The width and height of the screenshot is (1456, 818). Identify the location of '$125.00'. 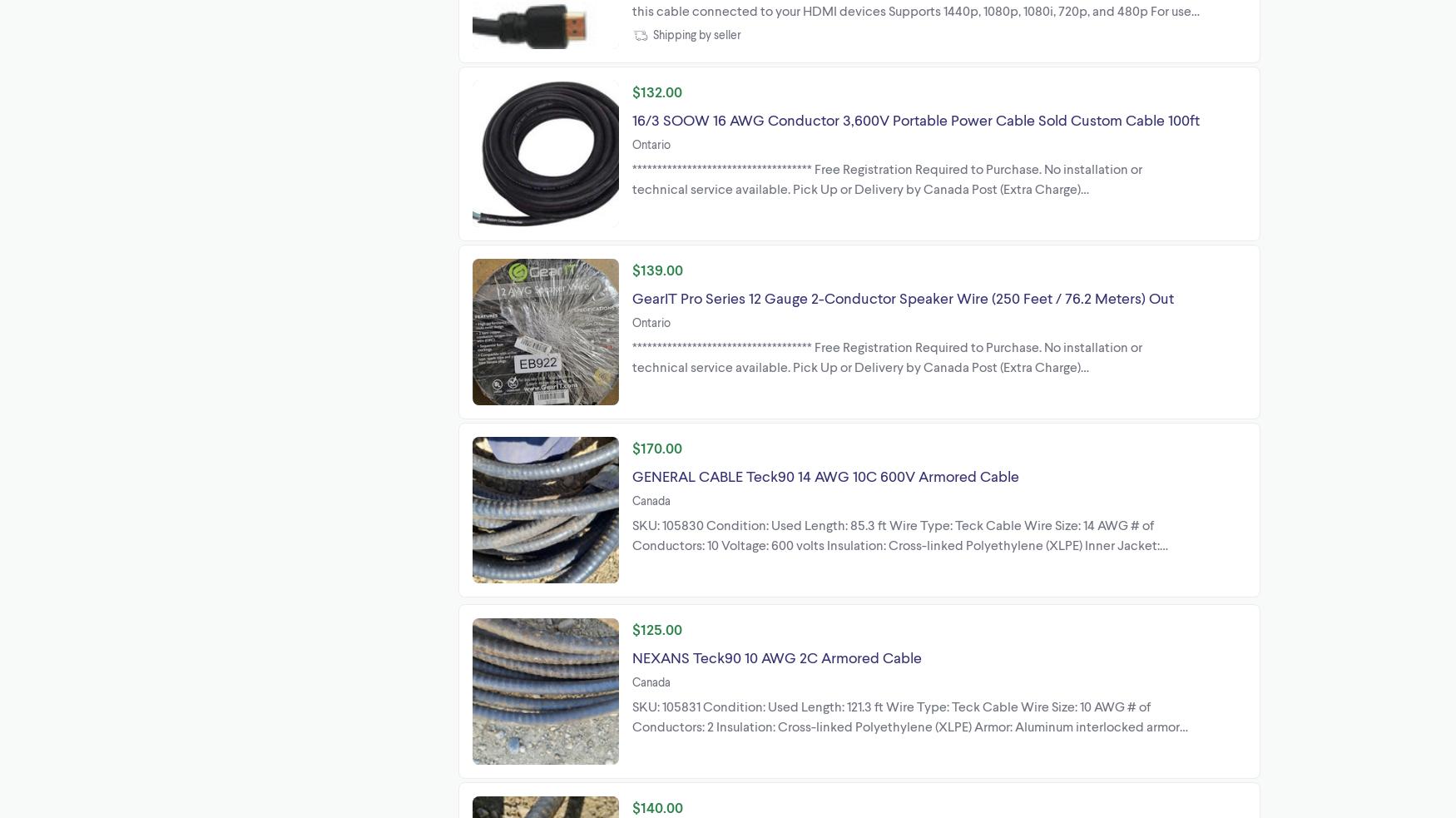
(631, 627).